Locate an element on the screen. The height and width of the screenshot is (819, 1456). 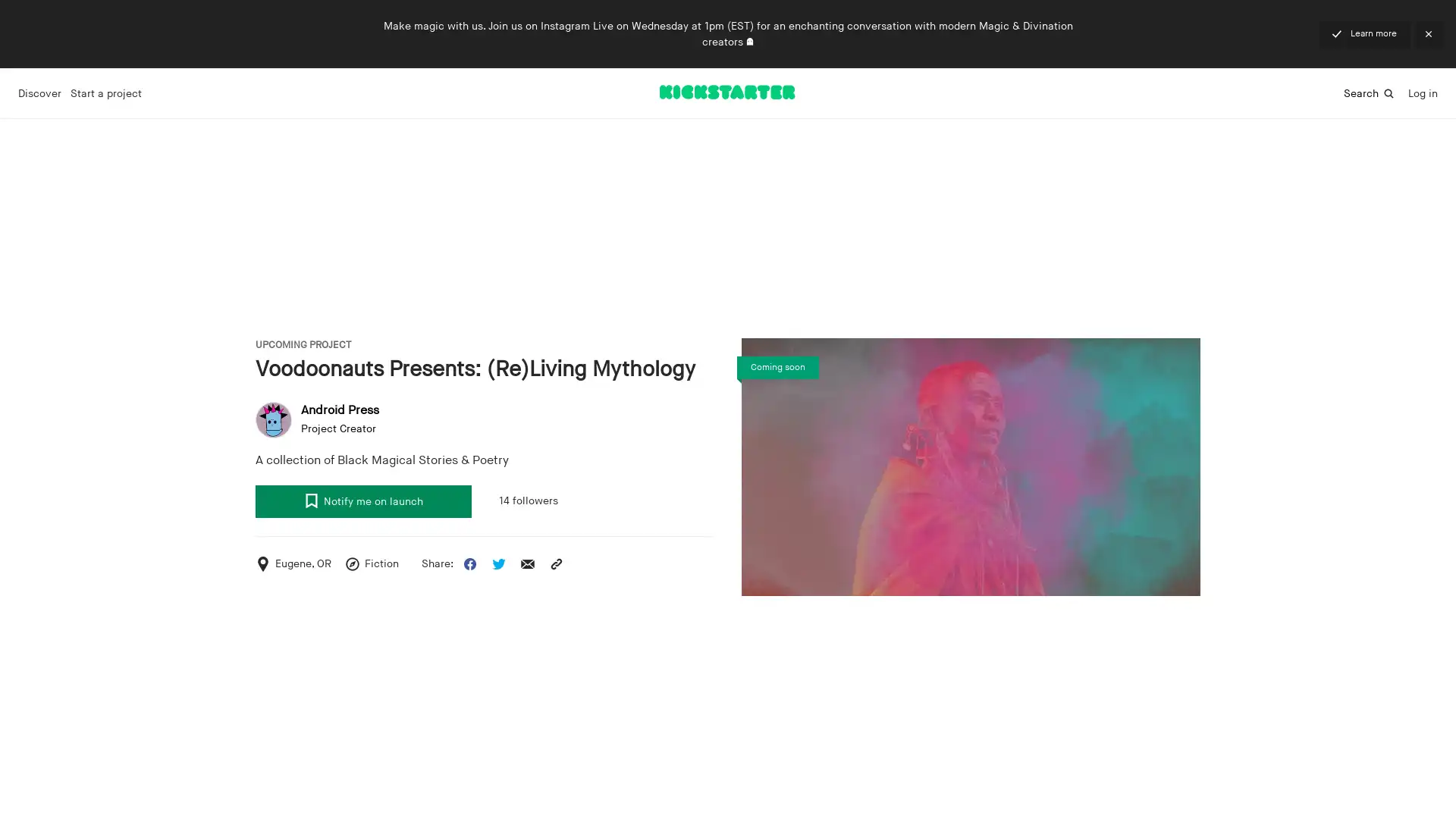
user avatar Android Press Project Creator is located at coordinates (316, 419).